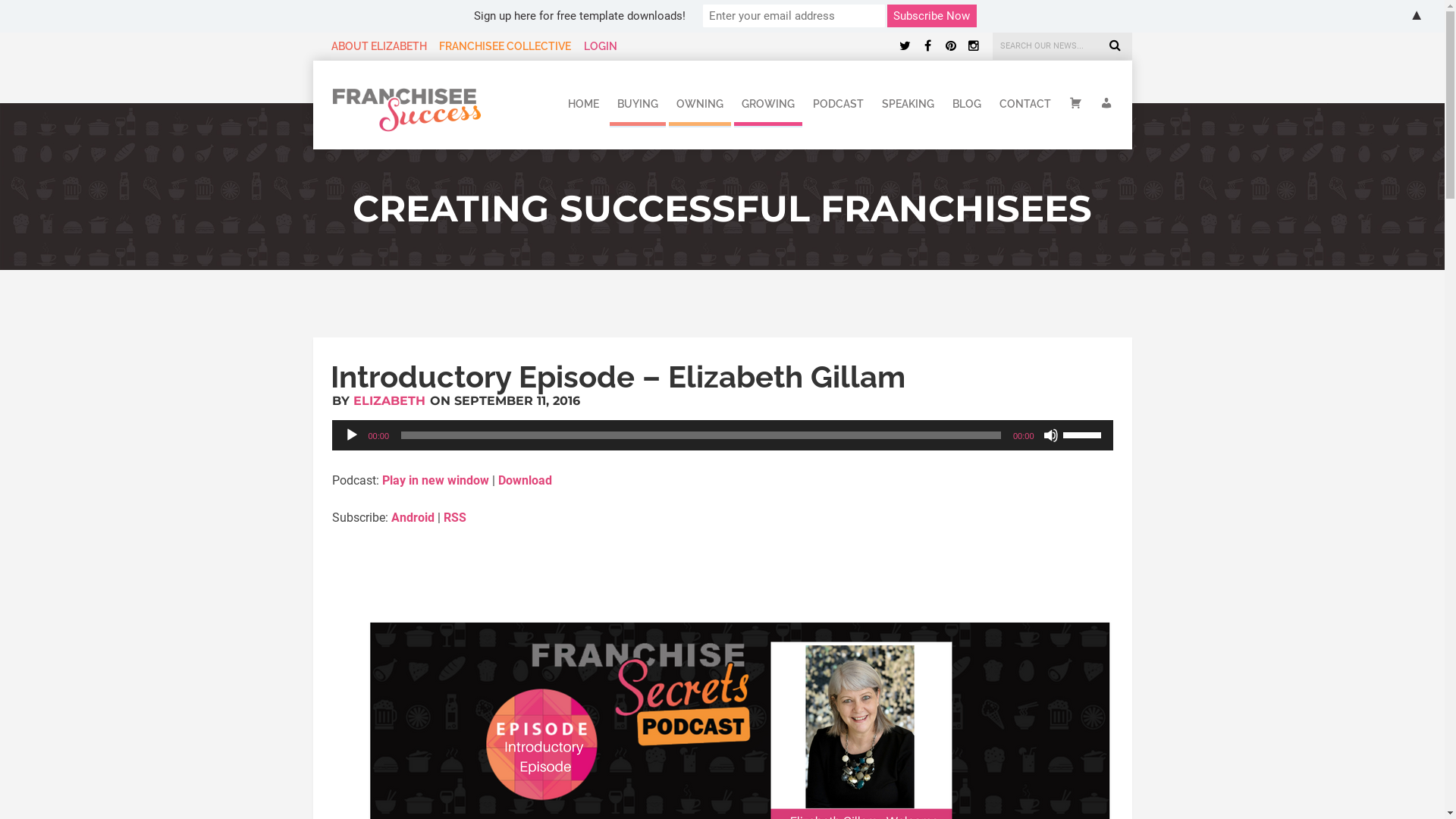 The image size is (1456, 819). Describe the element at coordinates (637, 100) in the screenshot. I see `'BUYING'` at that location.